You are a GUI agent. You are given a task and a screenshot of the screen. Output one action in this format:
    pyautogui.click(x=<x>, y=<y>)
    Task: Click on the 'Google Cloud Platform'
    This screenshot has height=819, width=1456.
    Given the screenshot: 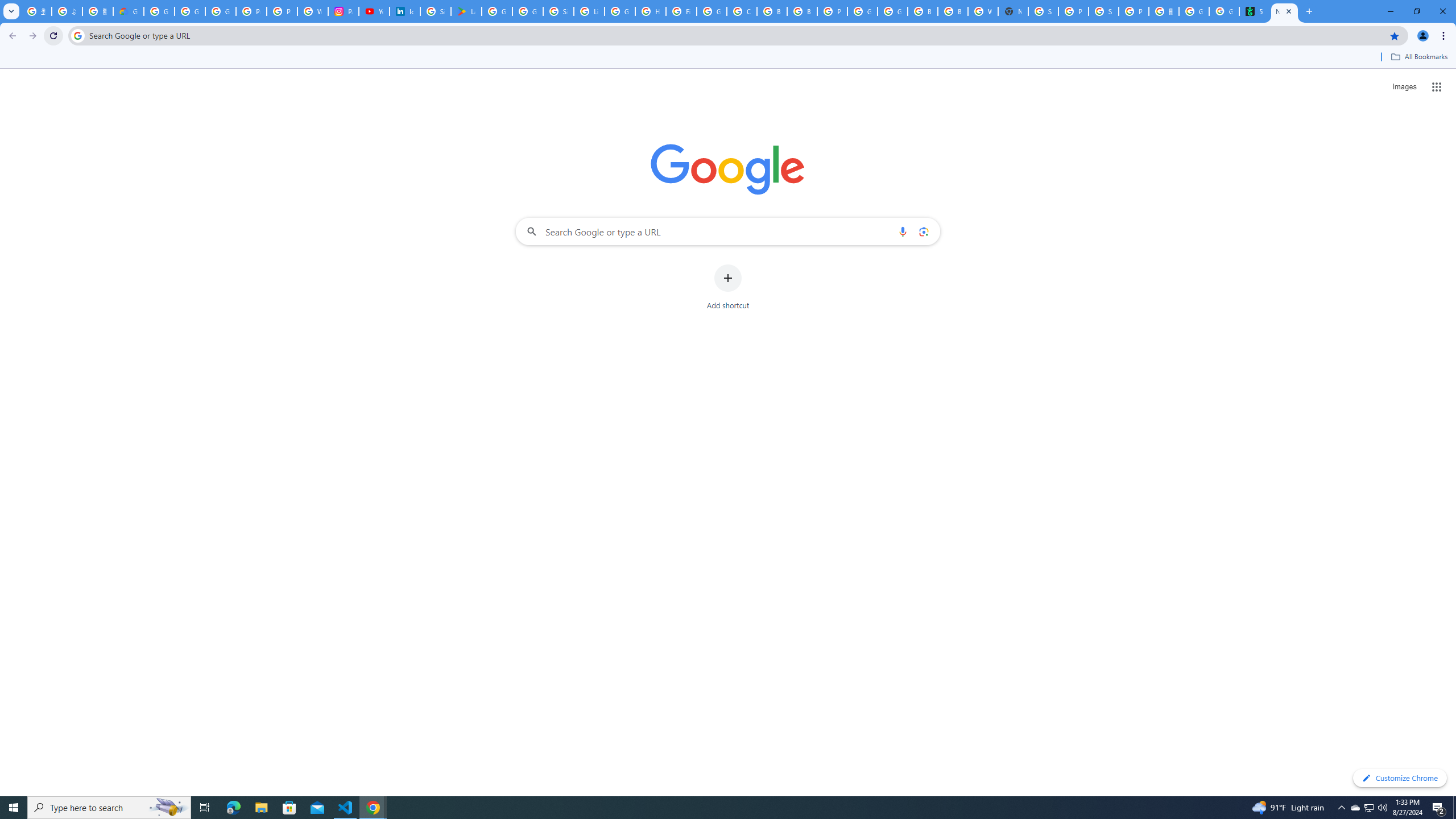 What is the action you would take?
    pyautogui.click(x=892, y=11)
    